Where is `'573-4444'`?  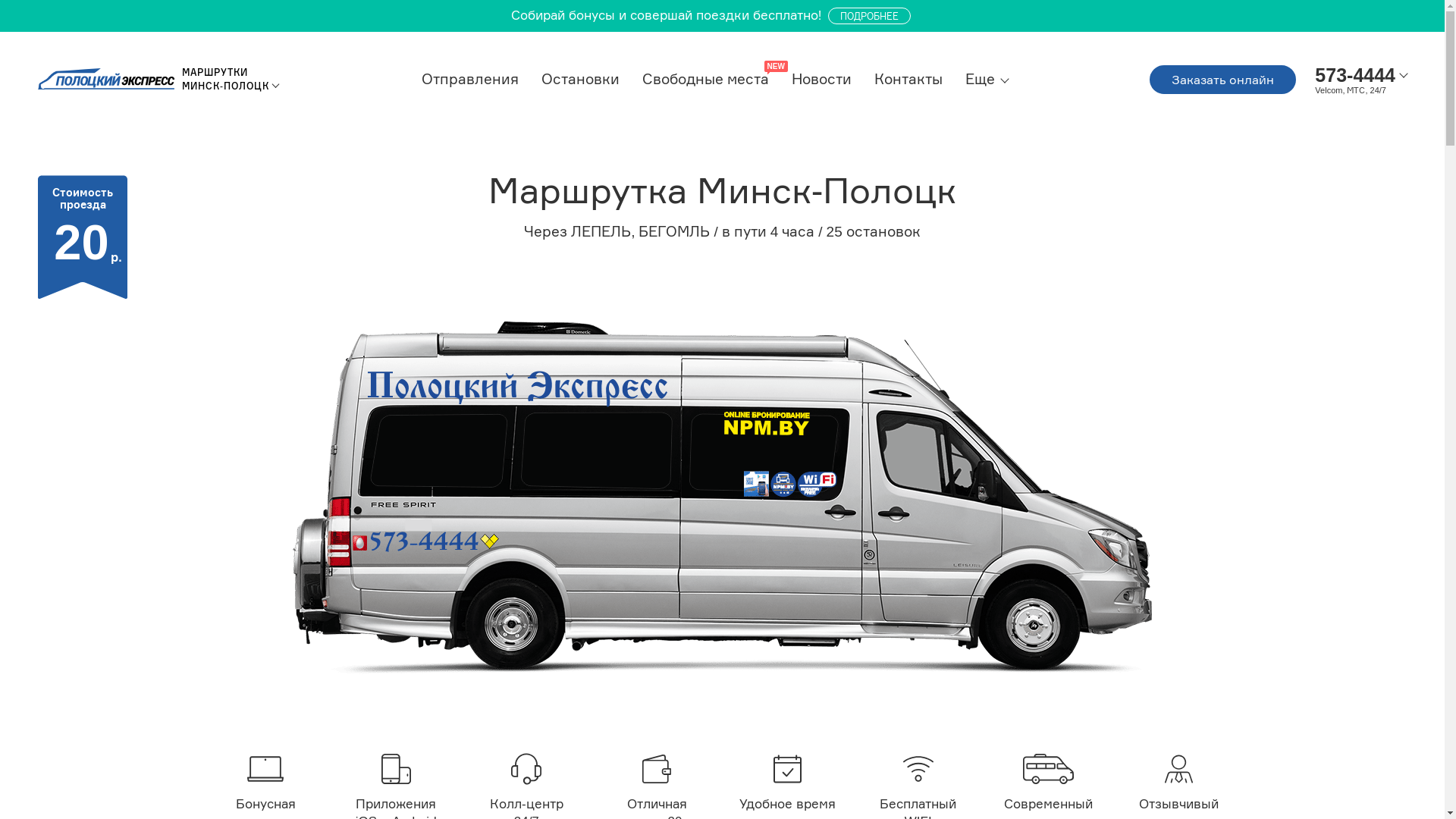
'573-4444' is located at coordinates (1354, 74).